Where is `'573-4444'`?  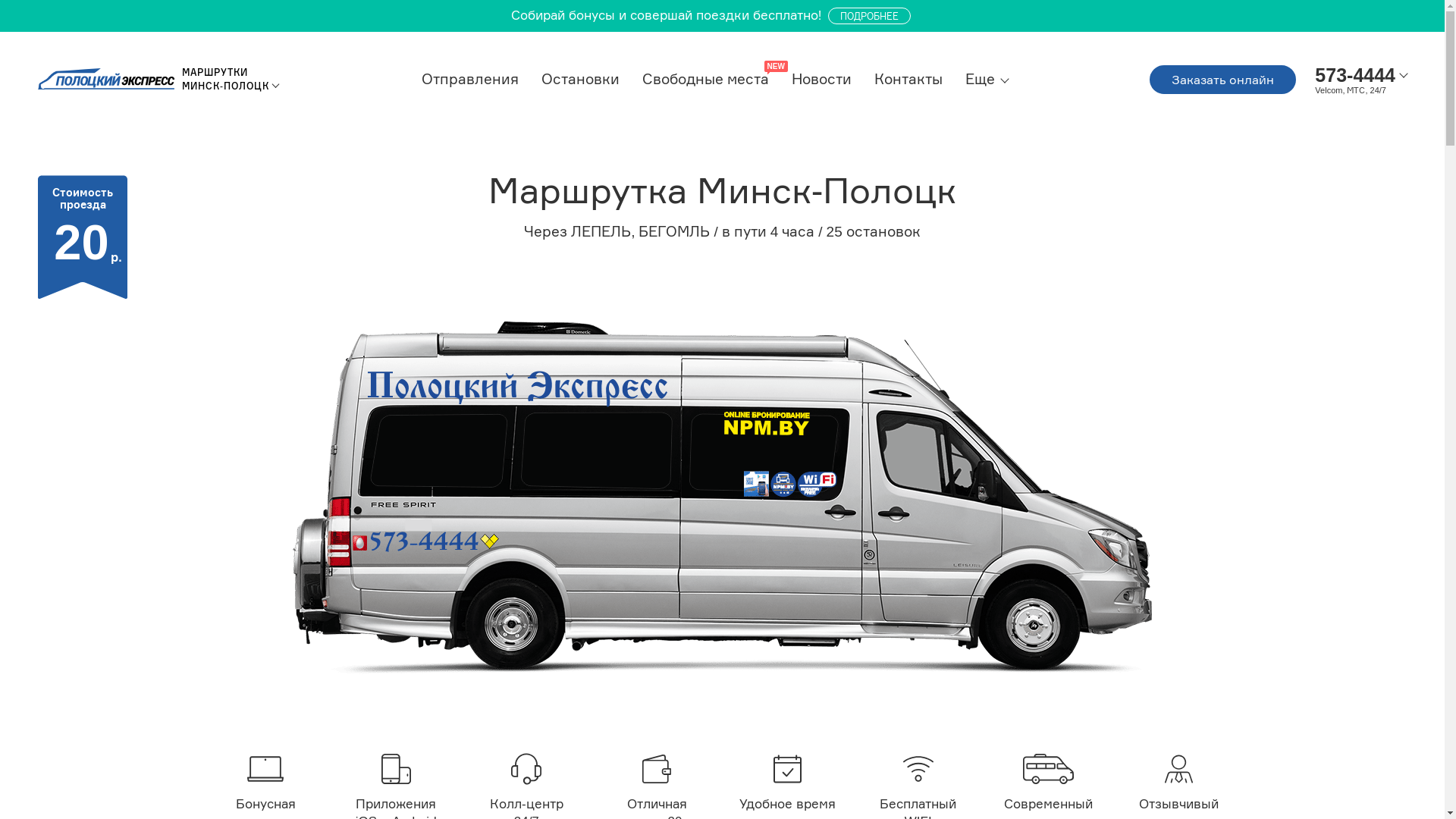
'573-4444' is located at coordinates (1354, 74).